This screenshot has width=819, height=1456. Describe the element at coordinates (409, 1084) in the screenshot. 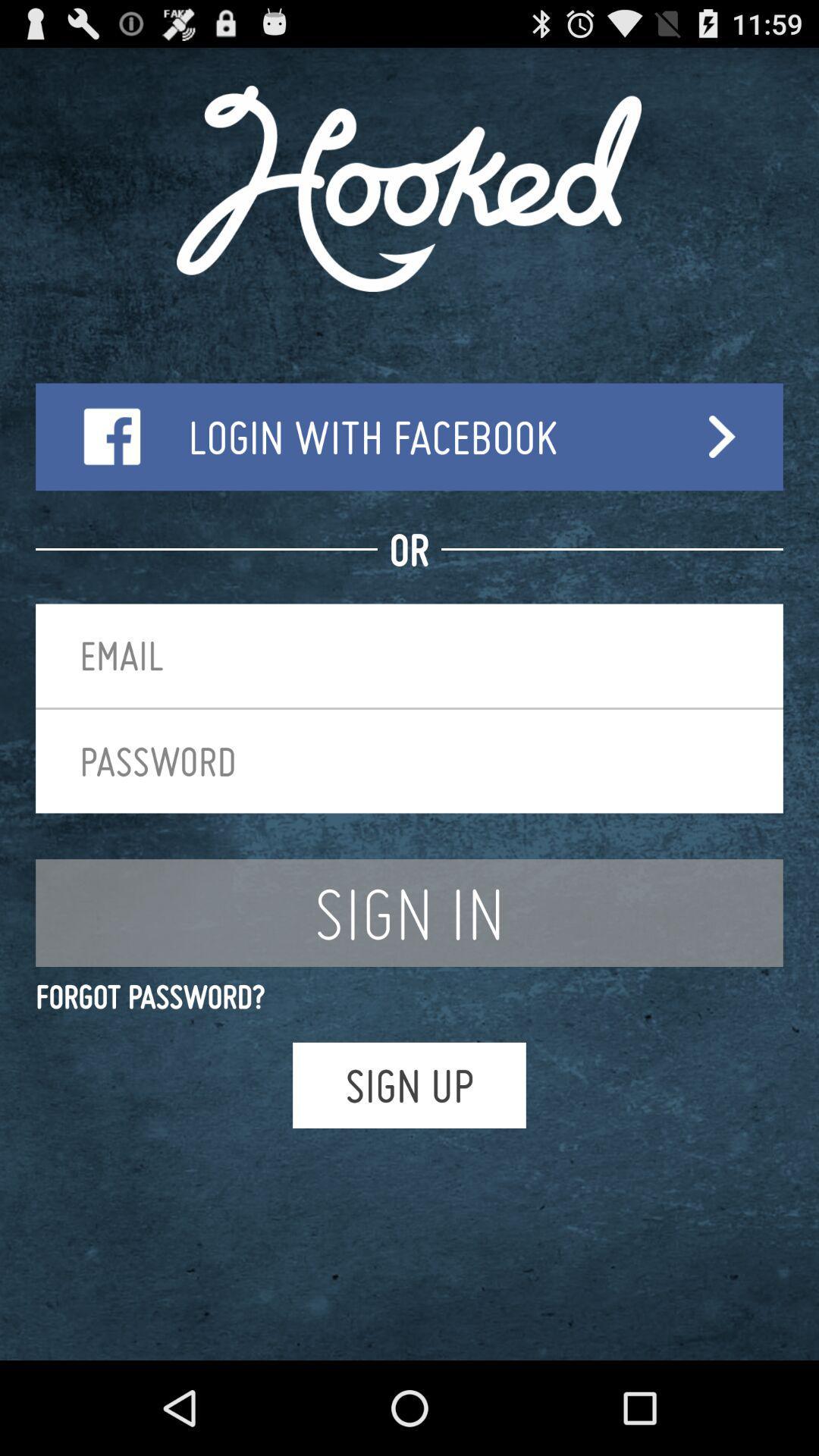

I see `app below forgot password?` at that location.